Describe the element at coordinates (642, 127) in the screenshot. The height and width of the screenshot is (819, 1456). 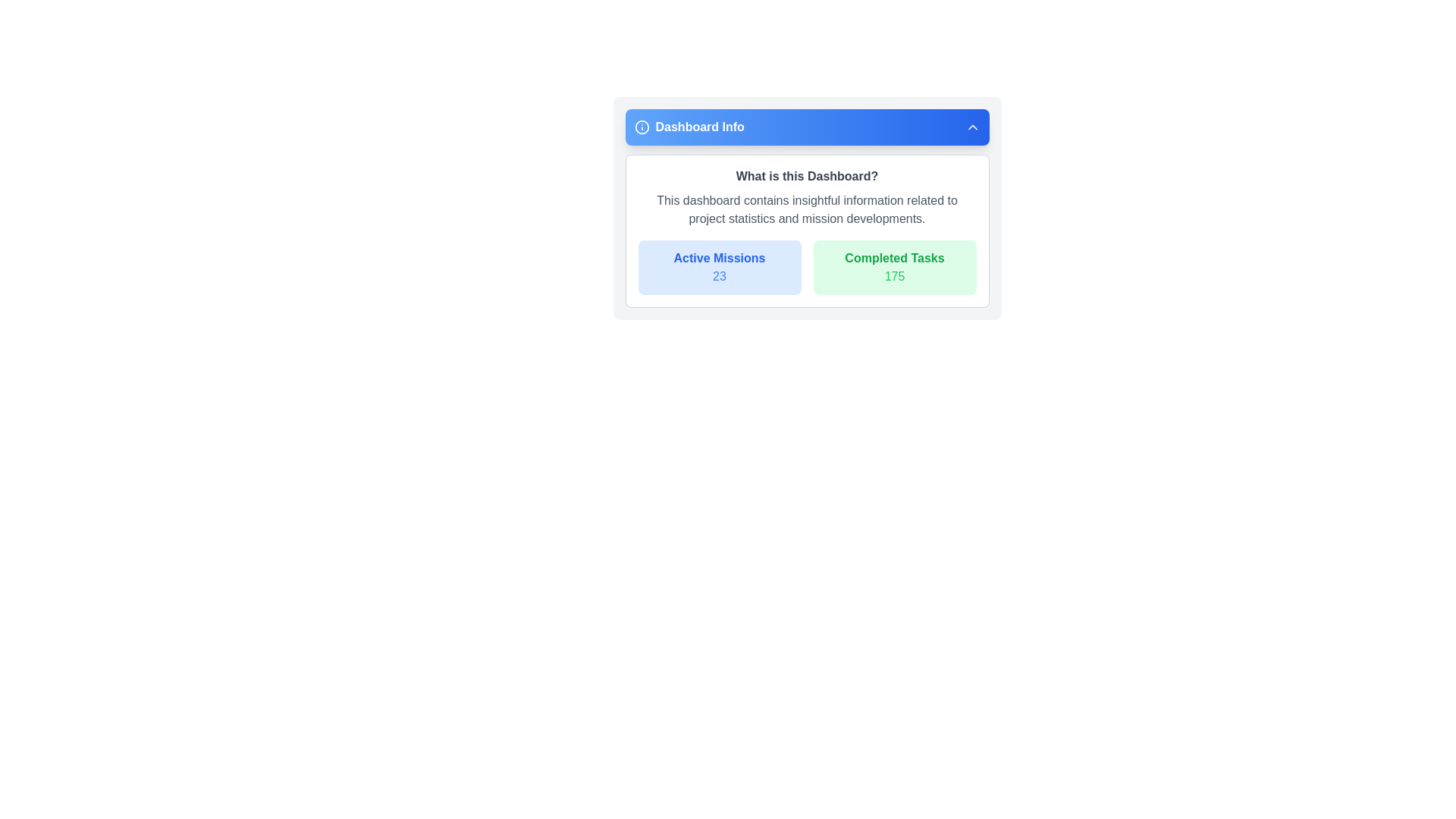
I see `the circular shape within the information icon located in the header section of the 'Dashboard Info' card` at that location.